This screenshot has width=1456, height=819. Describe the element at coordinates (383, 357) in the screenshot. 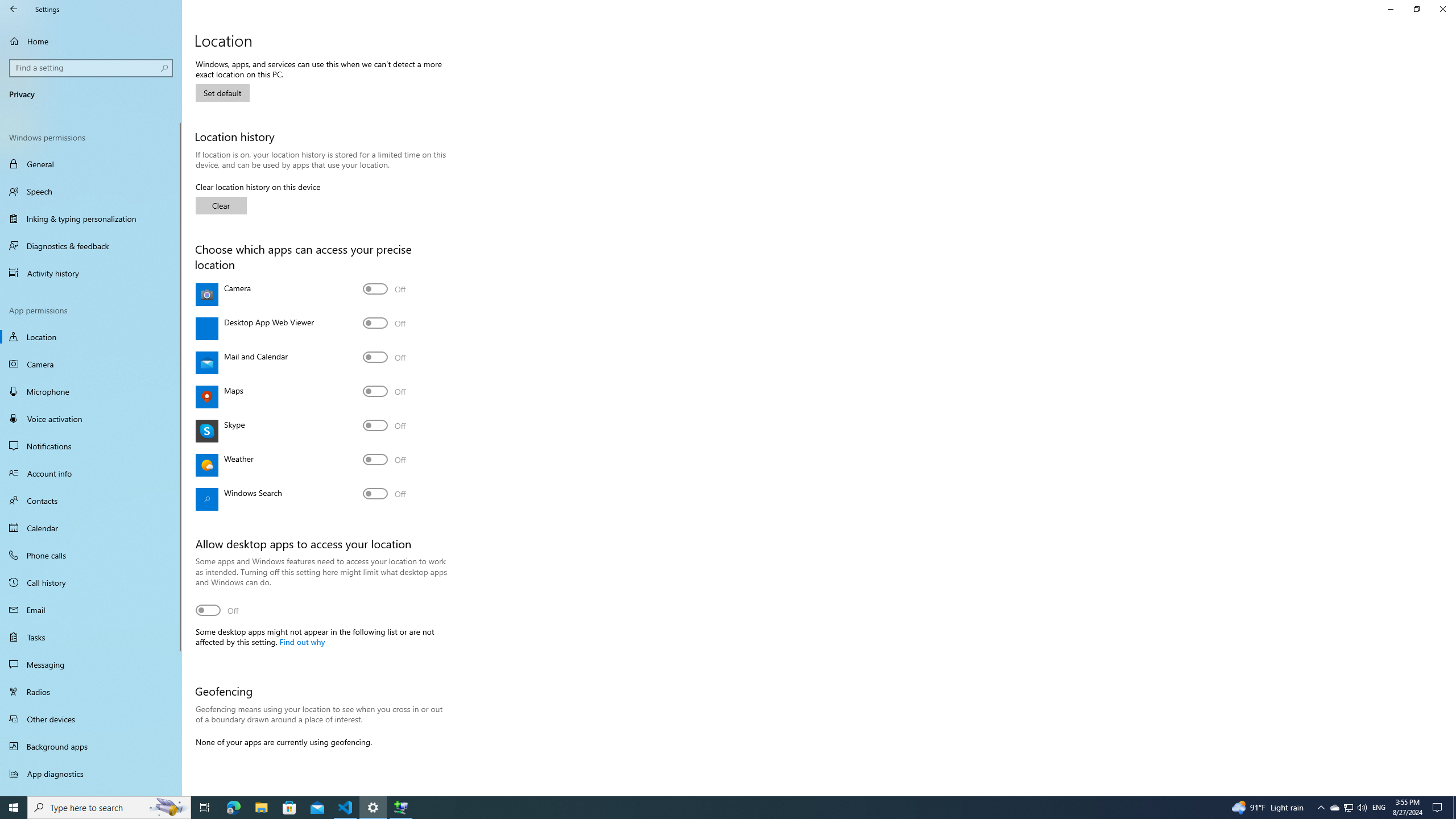

I see `'Mail and Calendar'` at that location.